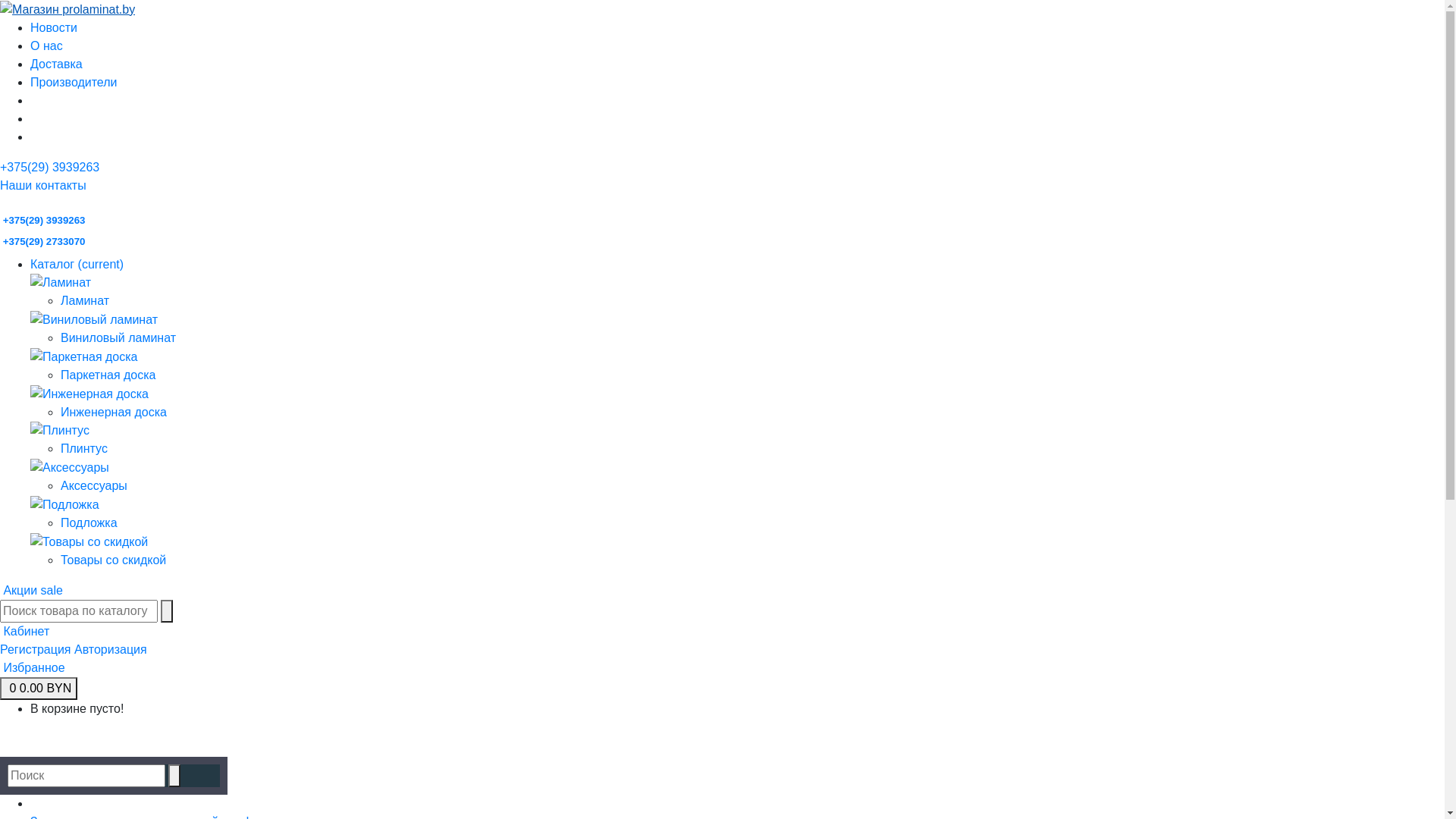 This screenshot has width=1456, height=819. What do you see at coordinates (39, 688) in the screenshot?
I see `'0 0.00 BYN'` at bounding box center [39, 688].